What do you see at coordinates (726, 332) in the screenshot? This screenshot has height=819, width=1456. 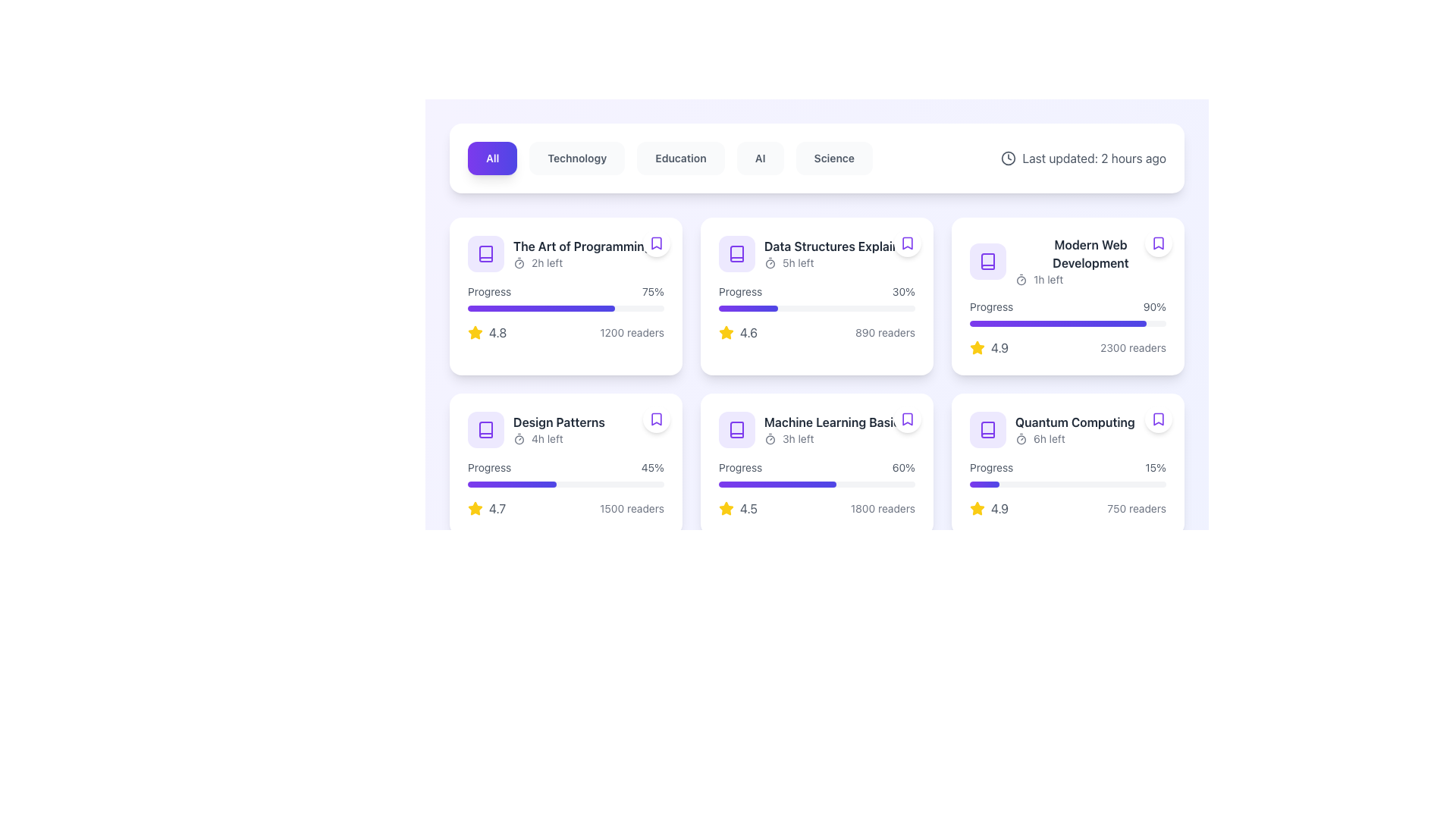 I see `the star icon representing the rating in the second card from the left in the middle row of the grid layout` at bounding box center [726, 332].